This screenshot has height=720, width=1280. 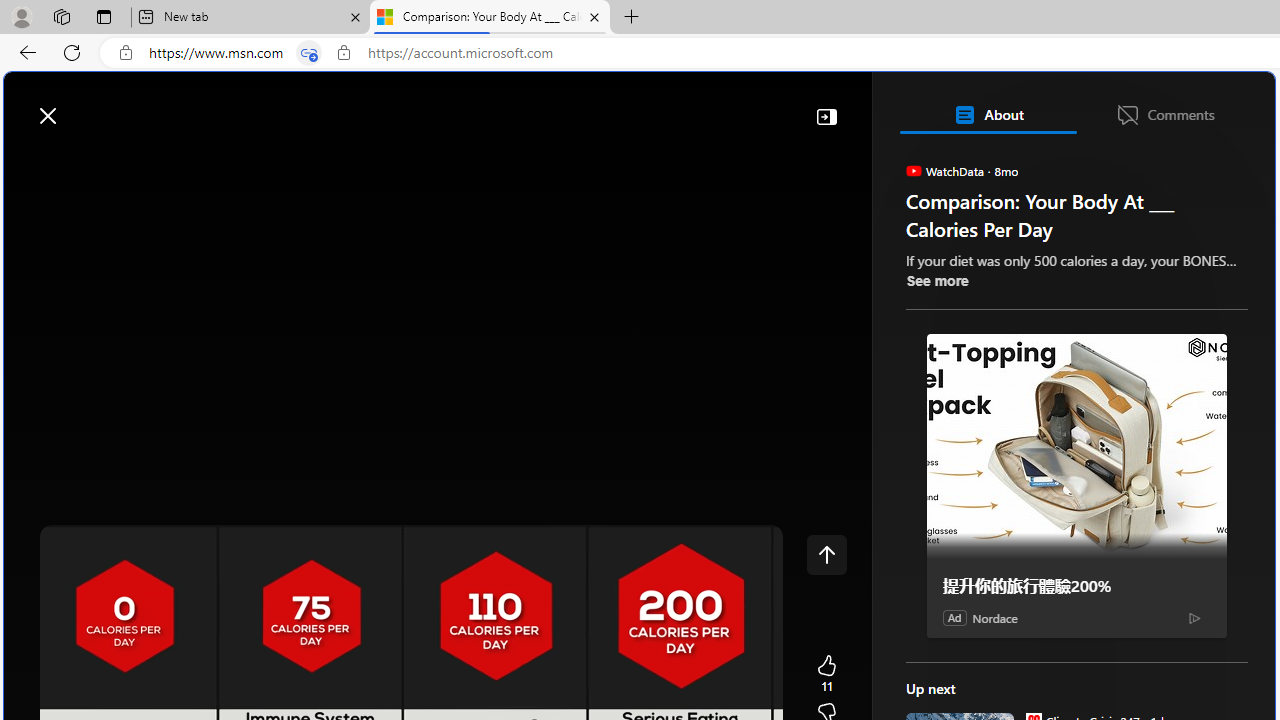 I want to click on 'Workspaces', so click(x=61, y=16).